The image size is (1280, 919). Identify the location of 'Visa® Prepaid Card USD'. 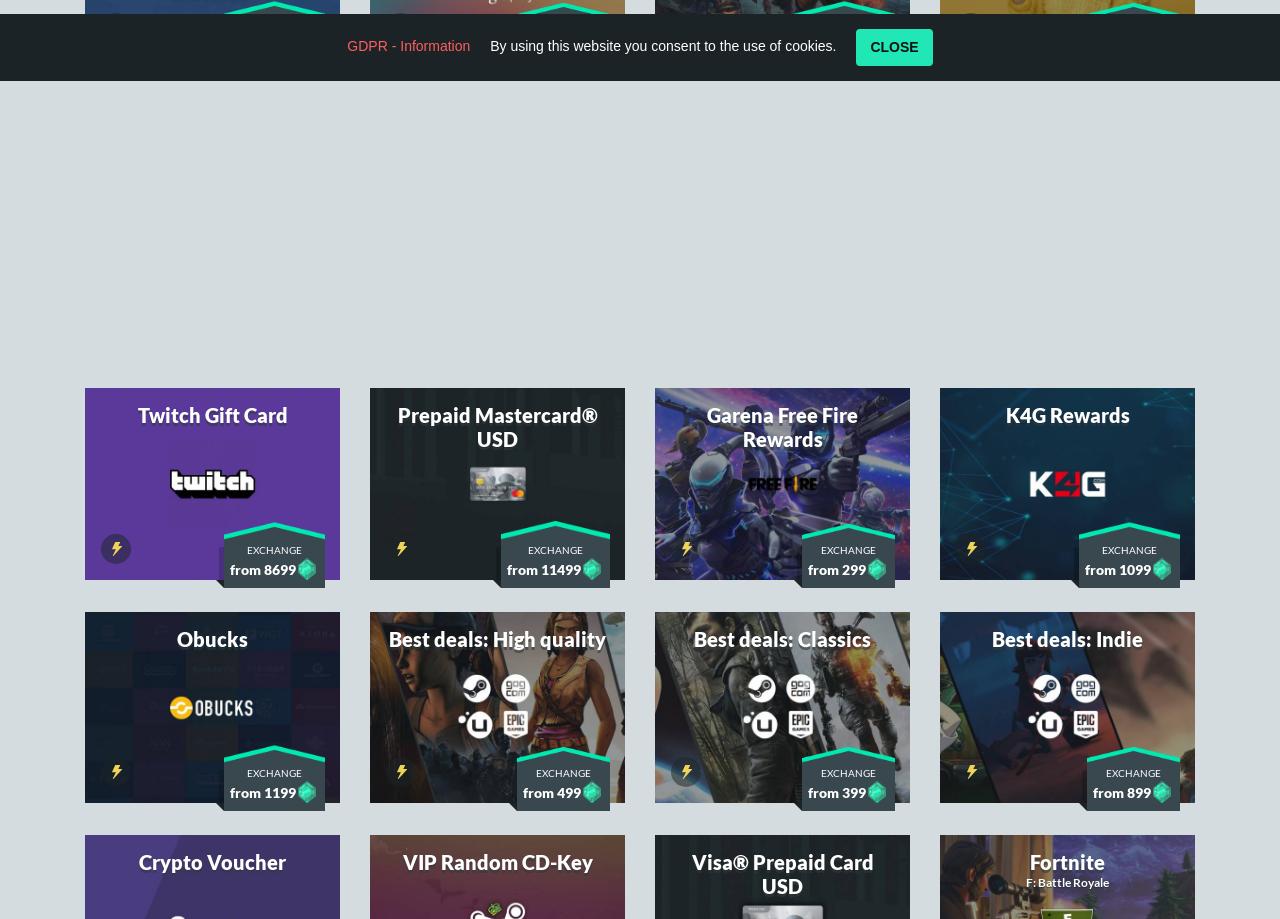
(780, 609).